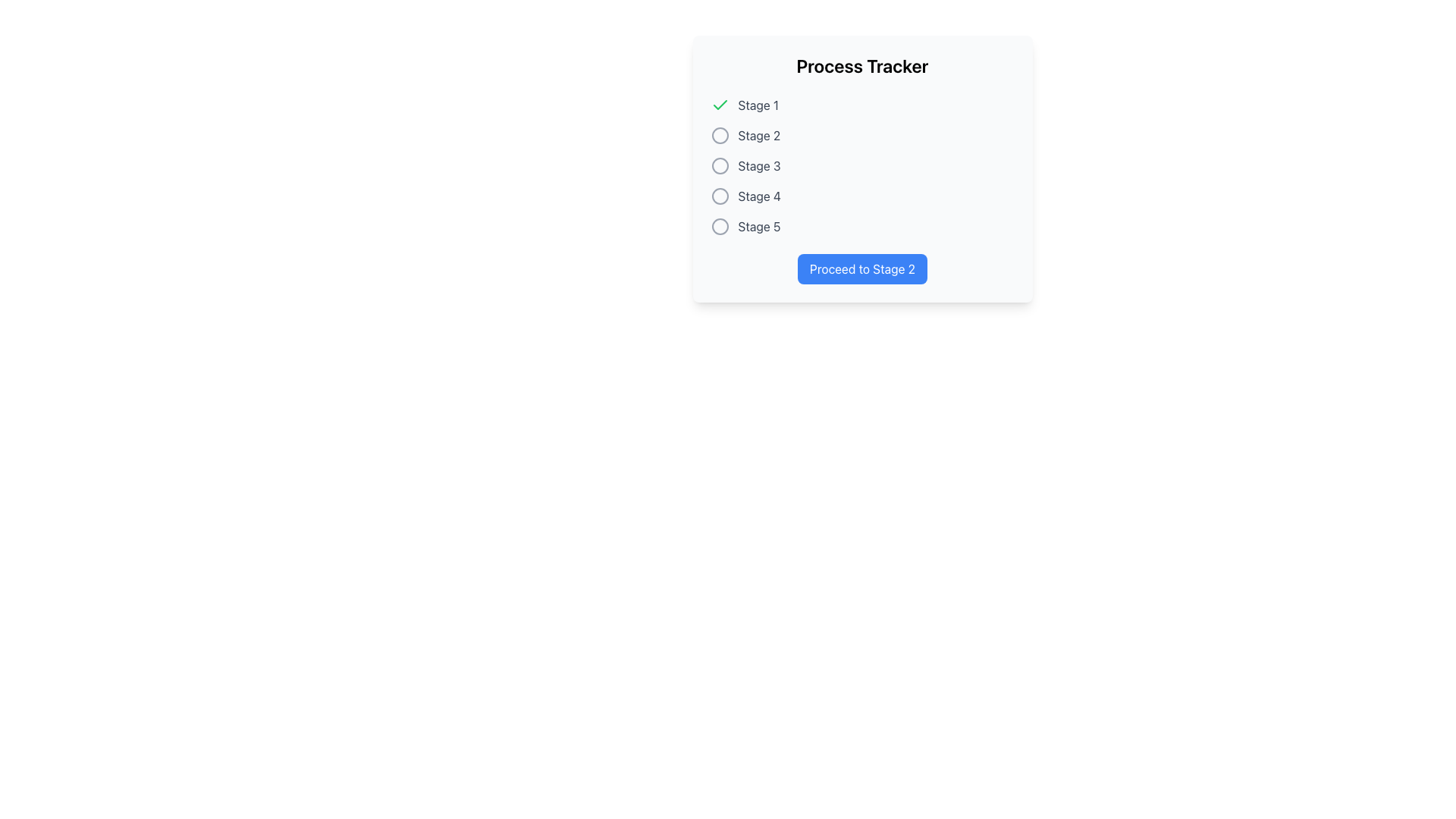 Image resolution: width=1456 pixels, height=819 pixels. Describe the element at coordinates (745, 134) in the screenshot. I see `the 'Stage 2' text label in the 'Process Tracker' component, which indicates an inactive stage in the multi-step process` at that location.